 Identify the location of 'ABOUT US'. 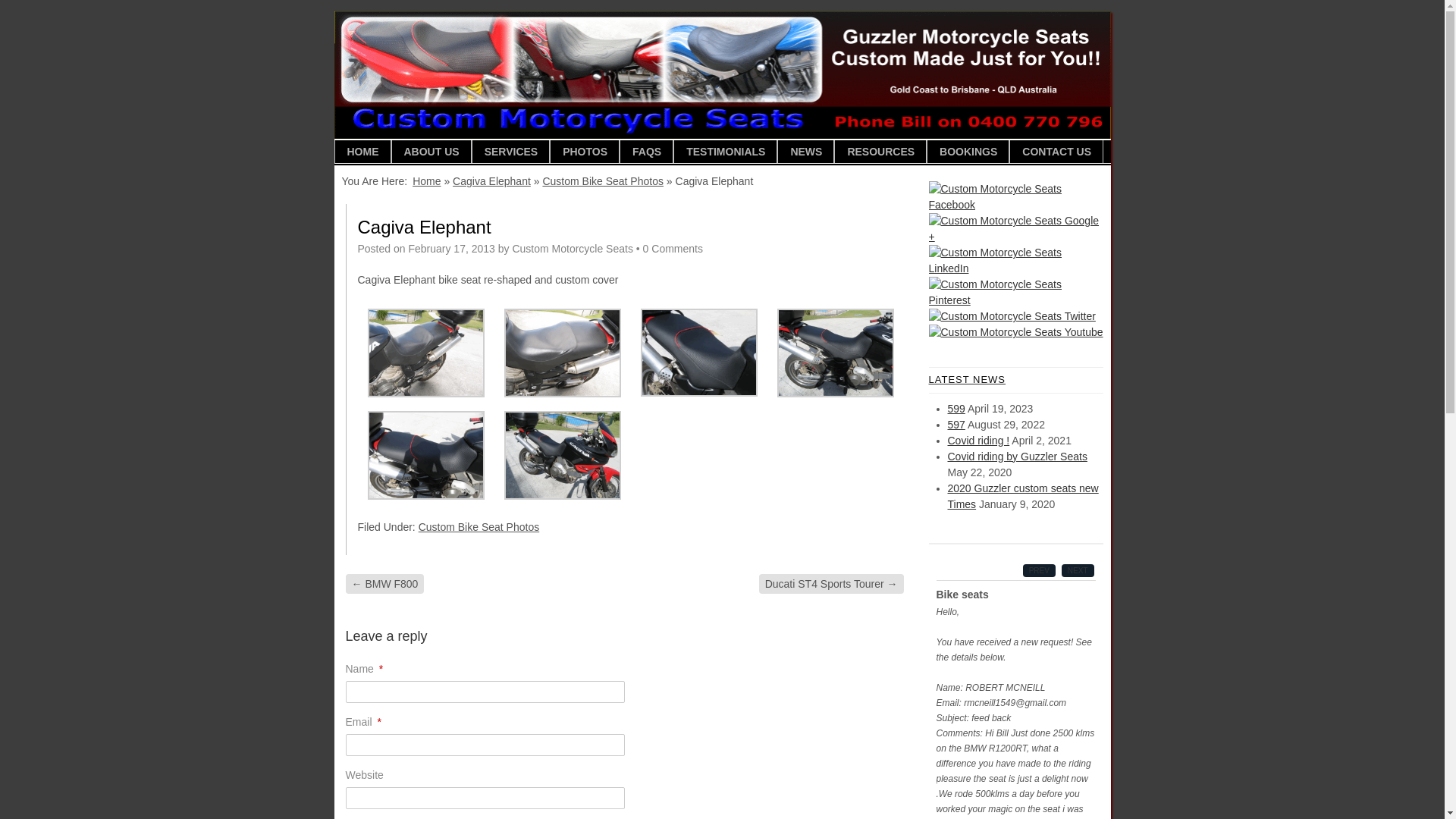
(431, 152).